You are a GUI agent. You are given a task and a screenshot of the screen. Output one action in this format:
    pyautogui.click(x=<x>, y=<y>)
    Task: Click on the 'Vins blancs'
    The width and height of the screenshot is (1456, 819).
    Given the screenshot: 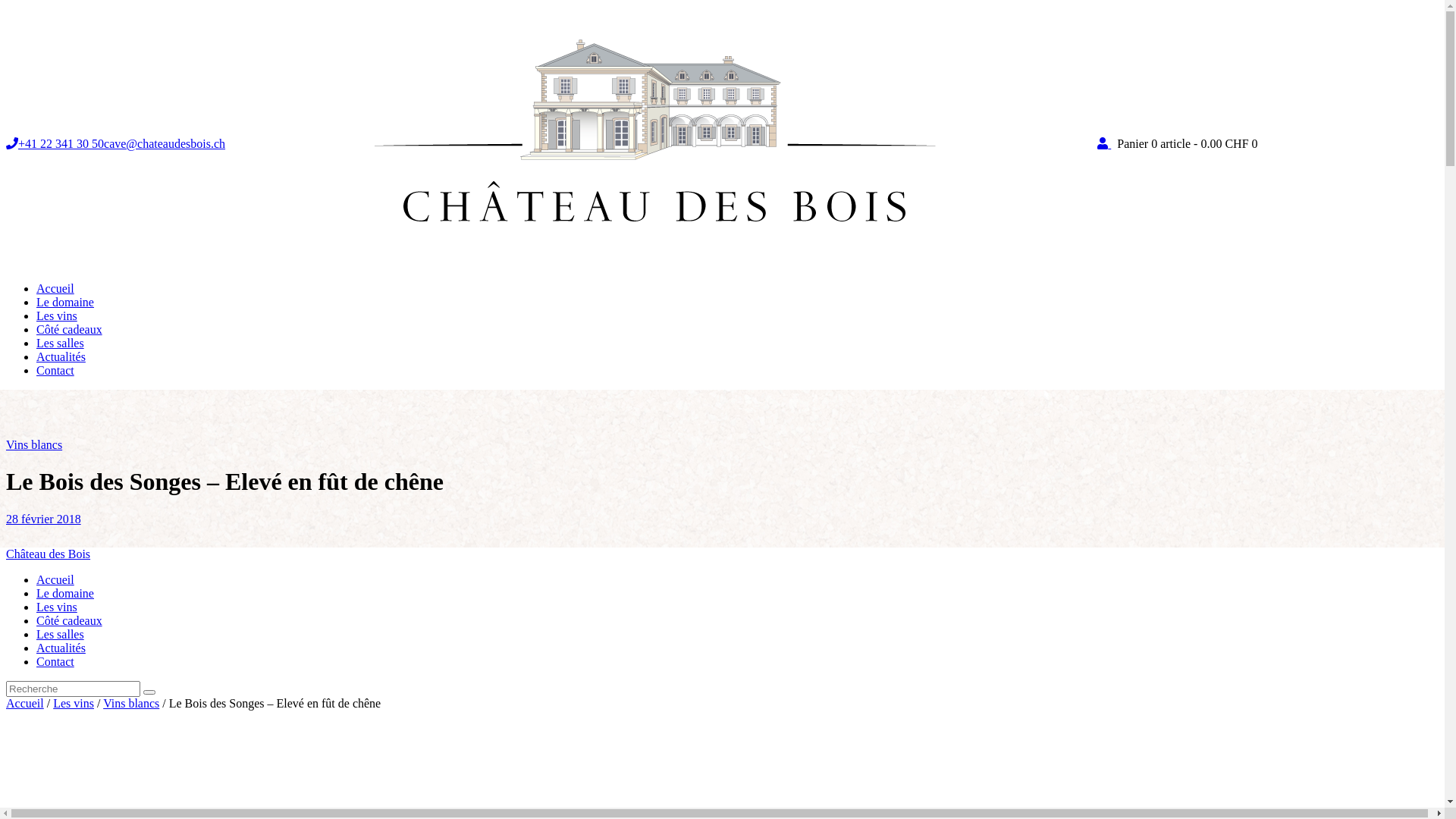 What is the action you would take?
    pyautogui.click(x=130, y=703)
    